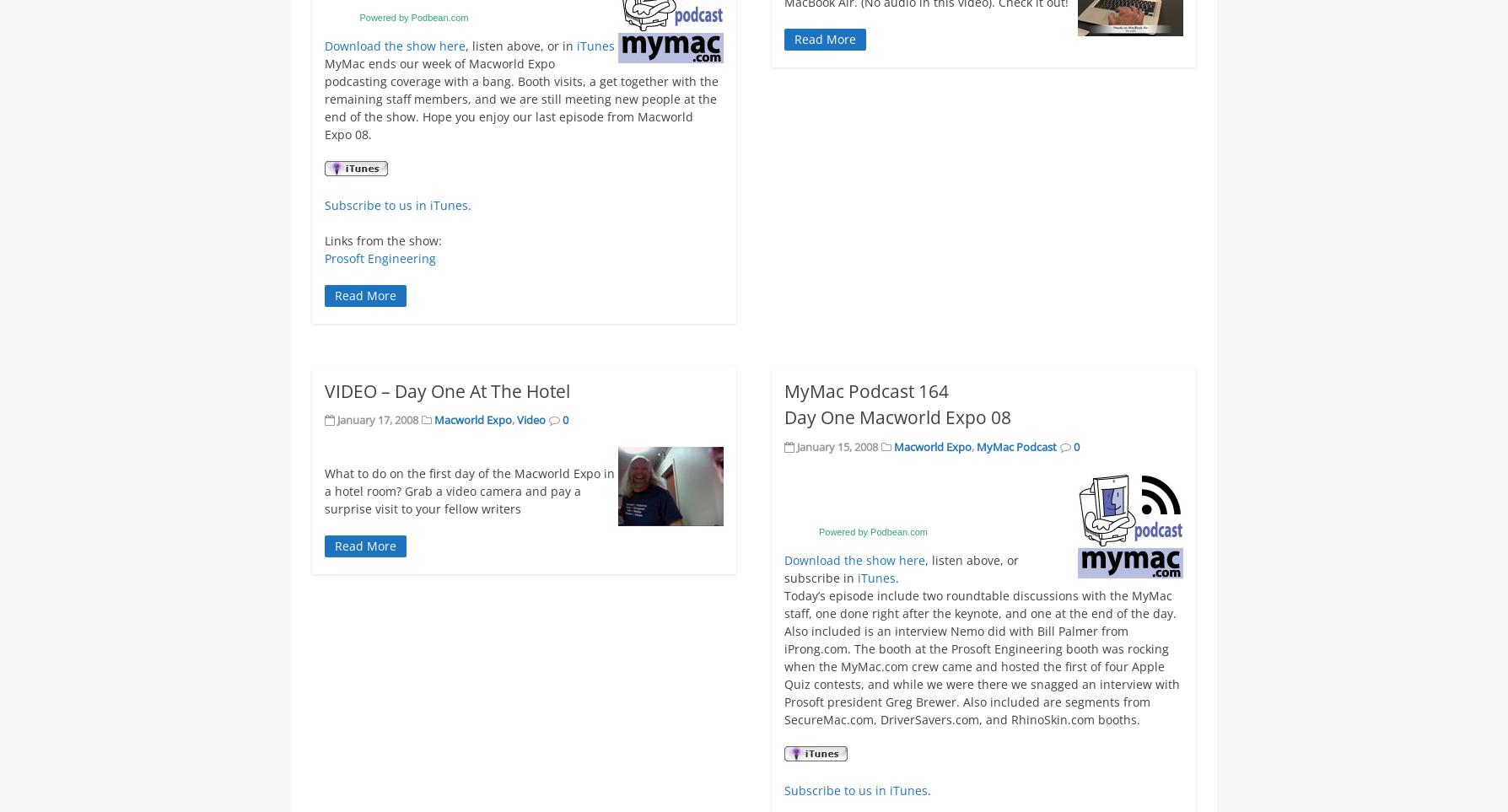 The image size is (1508, 812). Describe the element at coordinates (836, 444) in the screenshot. I see `'January 15, 2008'` at that location.